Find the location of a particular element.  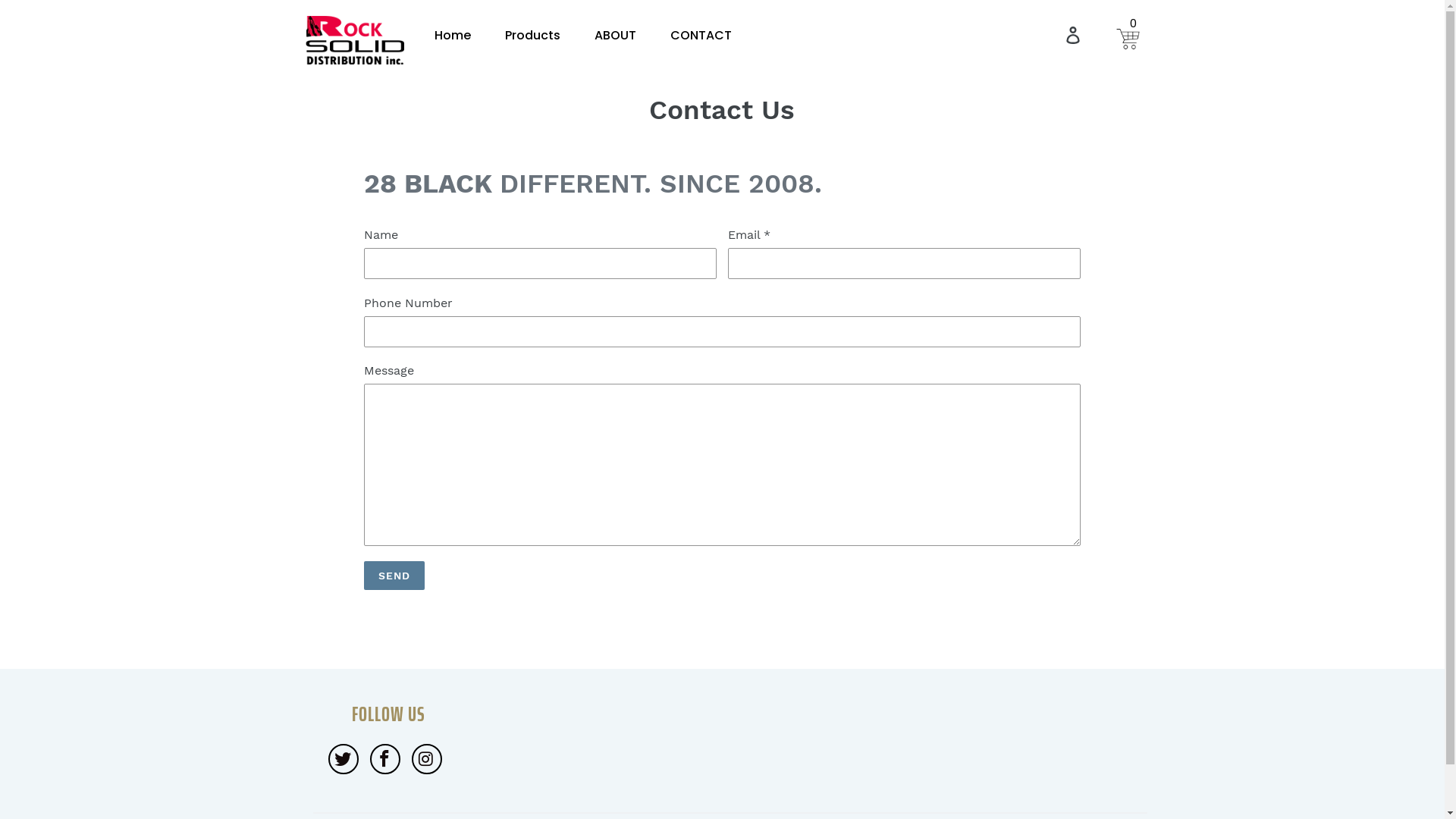

'Home' is located at coordinates (432, 34).